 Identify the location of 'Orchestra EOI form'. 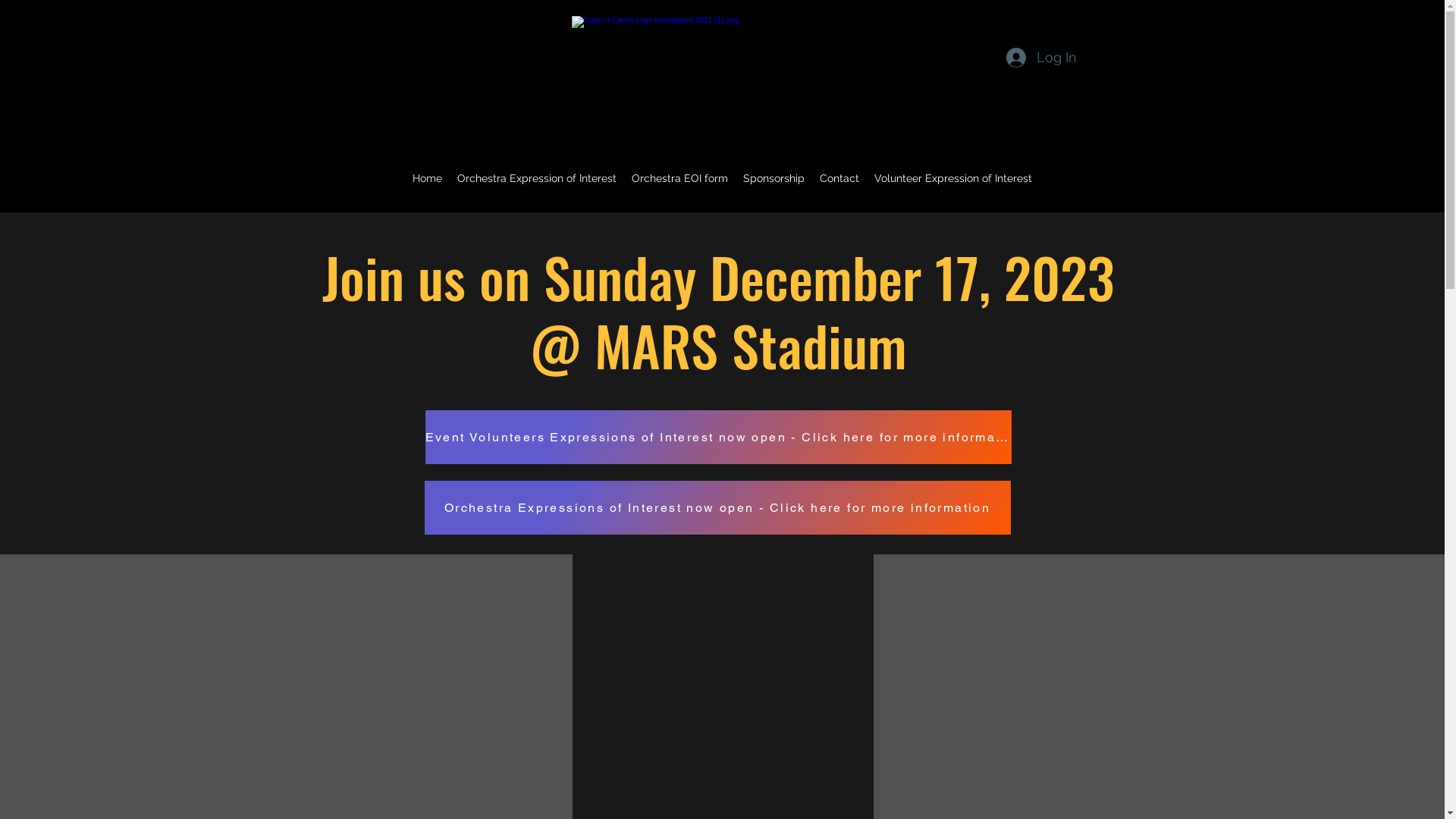
(679, 177).